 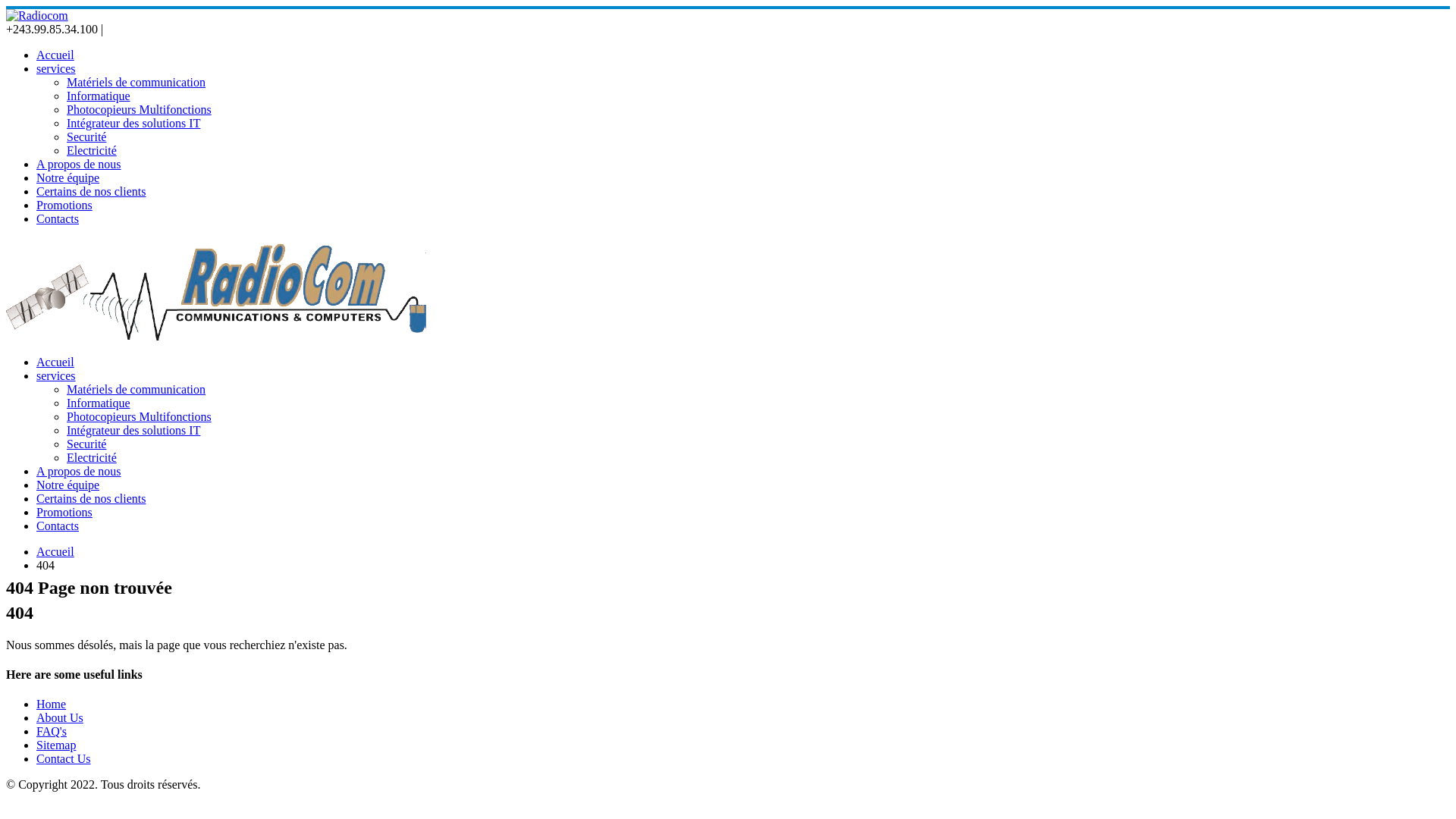 I want to click on 'Contacts', so click(x=58, y=218).